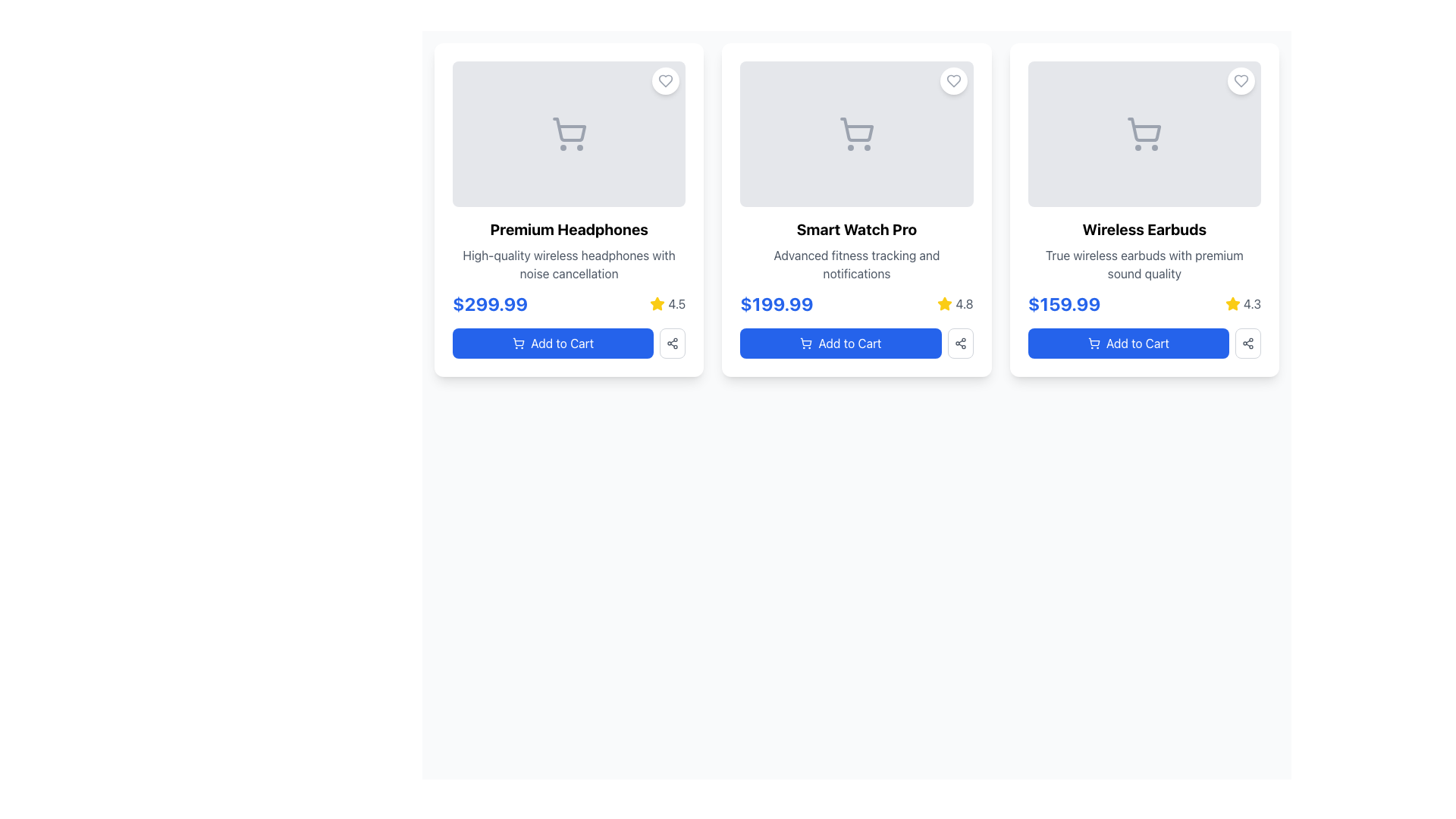 This screenshot has height=819, width=1456. What do you see at coordinates (1248, 343) in the screenshot?
I see `the small graphical icon resembling a sharing symbol located in the bottom-right of the wireless earbuds product card` at bounding box center [1248, 343].